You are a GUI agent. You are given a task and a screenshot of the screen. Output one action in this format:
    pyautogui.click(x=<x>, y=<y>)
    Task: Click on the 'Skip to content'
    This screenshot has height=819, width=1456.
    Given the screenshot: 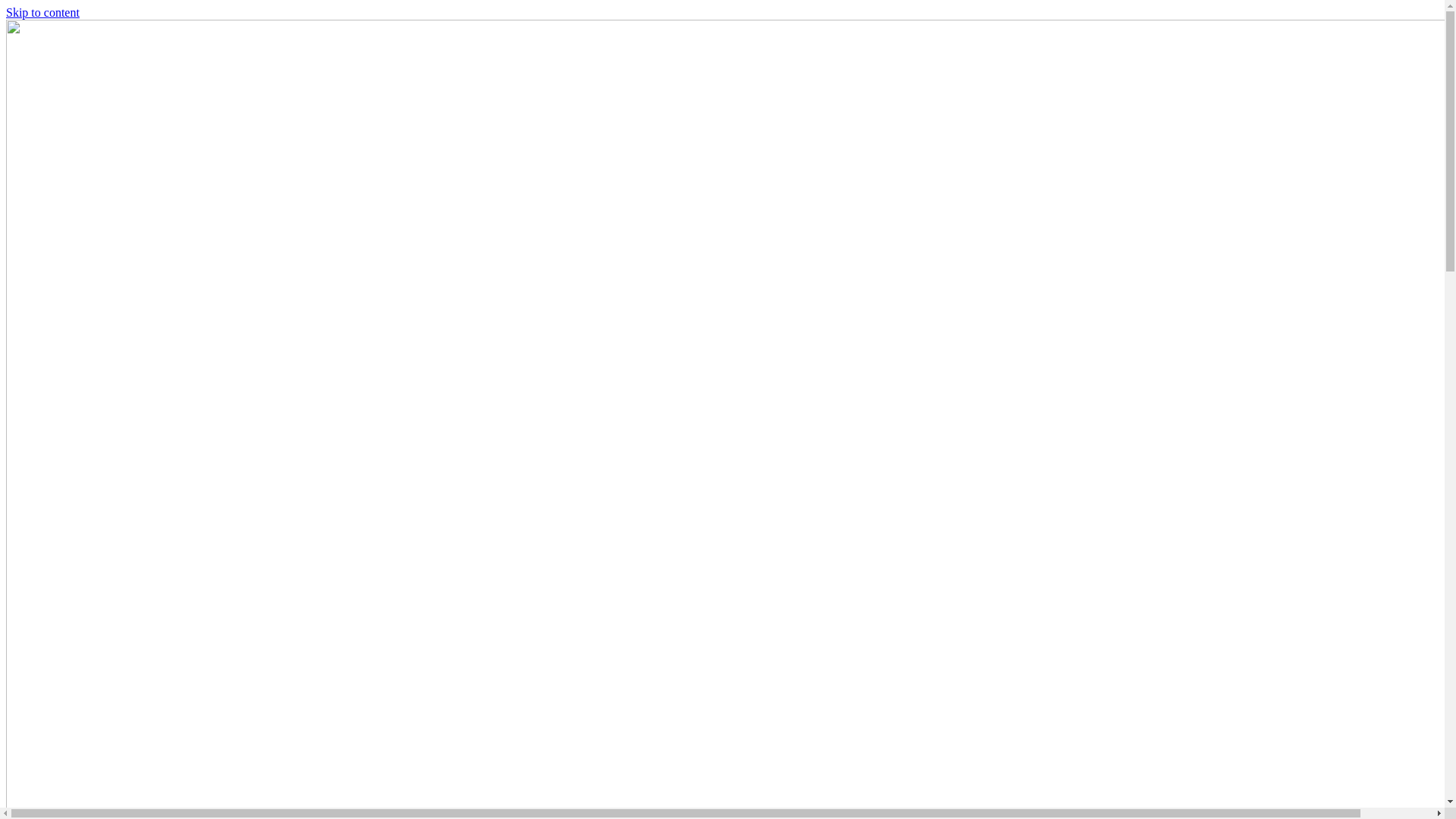 What is the action you would take?
    pyautogui.click(x=42, y=12)
    